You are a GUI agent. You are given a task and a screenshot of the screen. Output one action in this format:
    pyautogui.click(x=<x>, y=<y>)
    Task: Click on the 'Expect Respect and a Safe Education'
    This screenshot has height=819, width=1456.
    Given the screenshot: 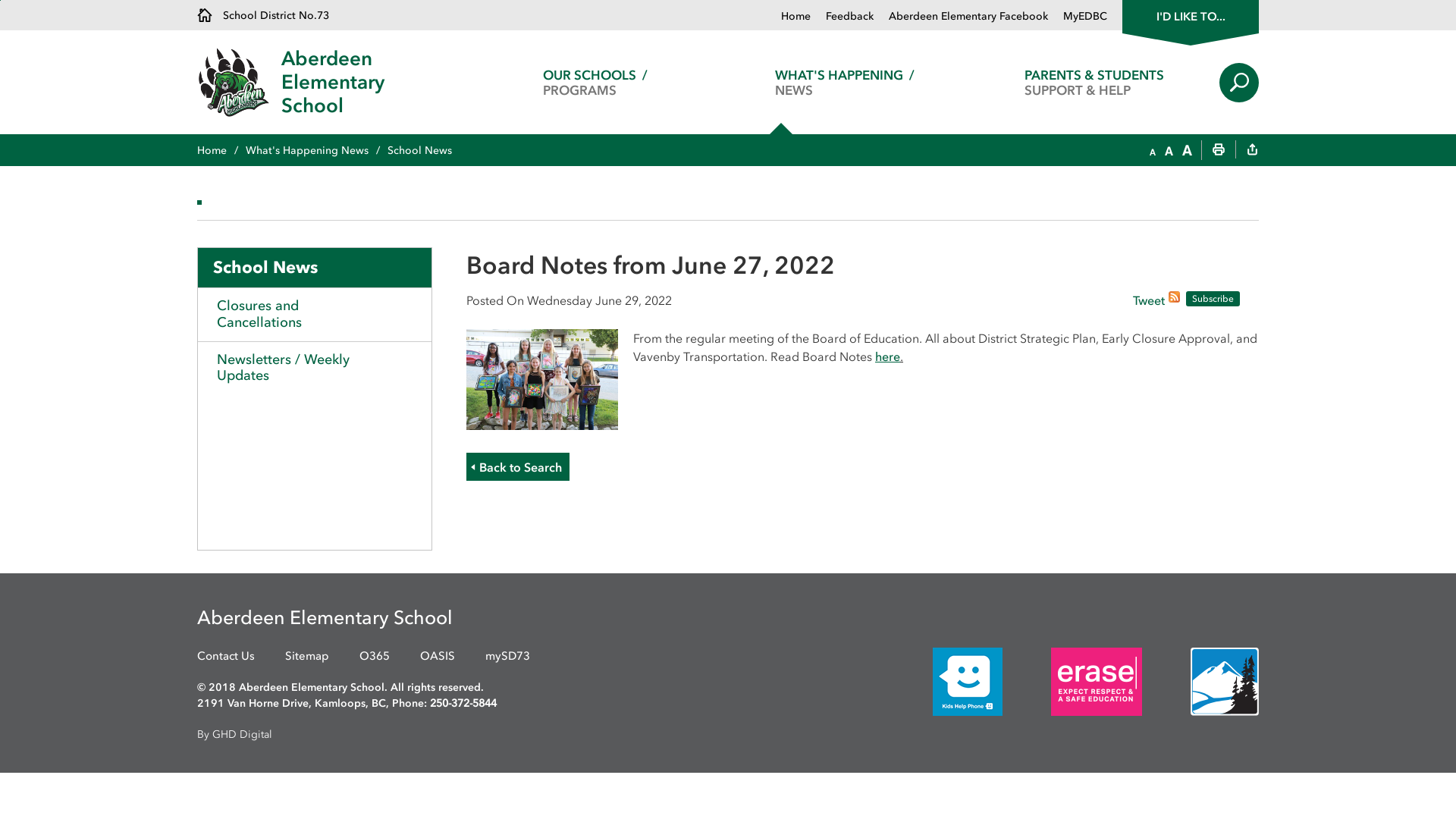 What is the action you would take?
    pyautogui.click(x=1096, y=680)
    